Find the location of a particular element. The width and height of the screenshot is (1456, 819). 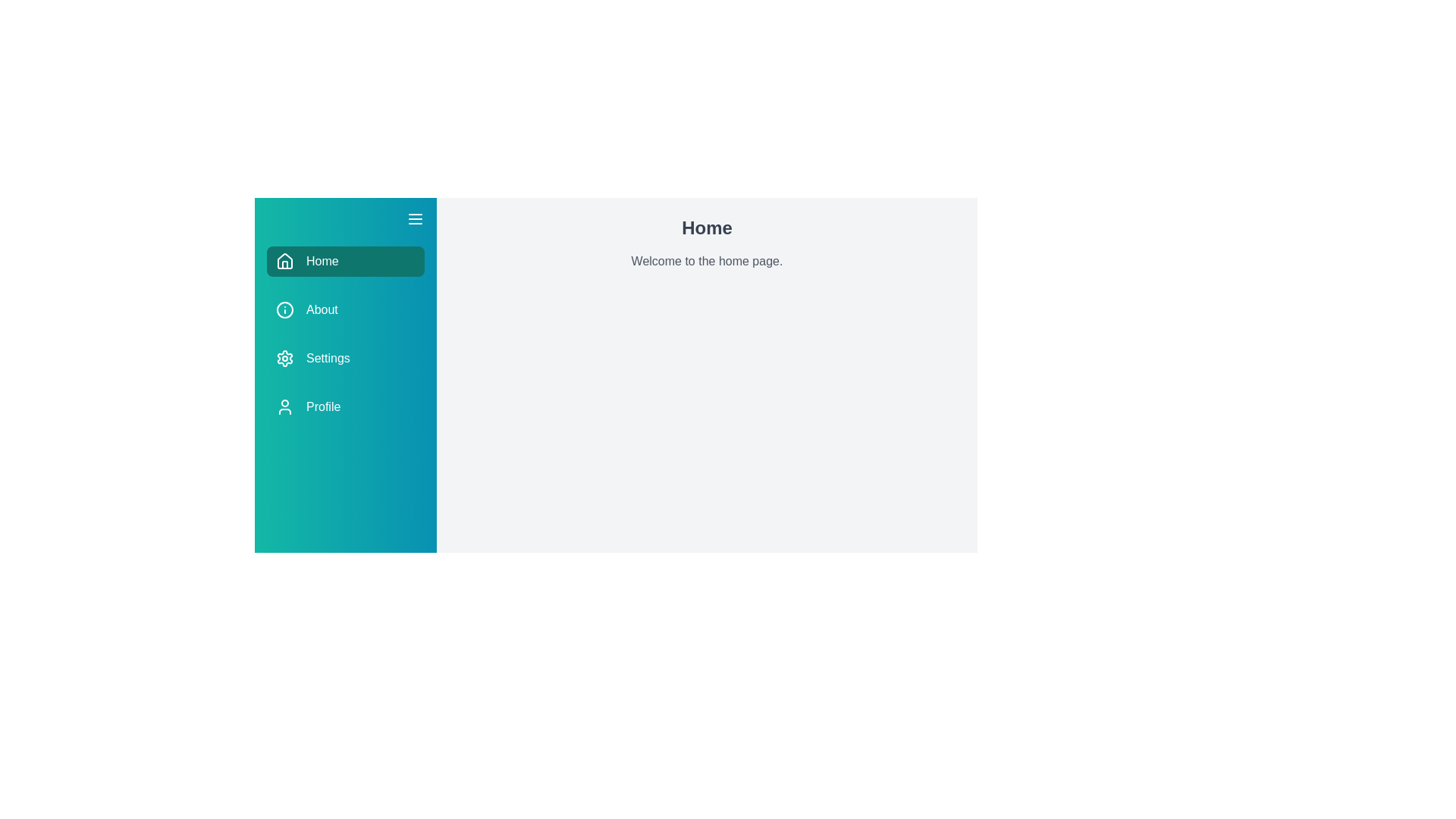

the Settings section from the drawer menu is located at coordinates (345, 359).